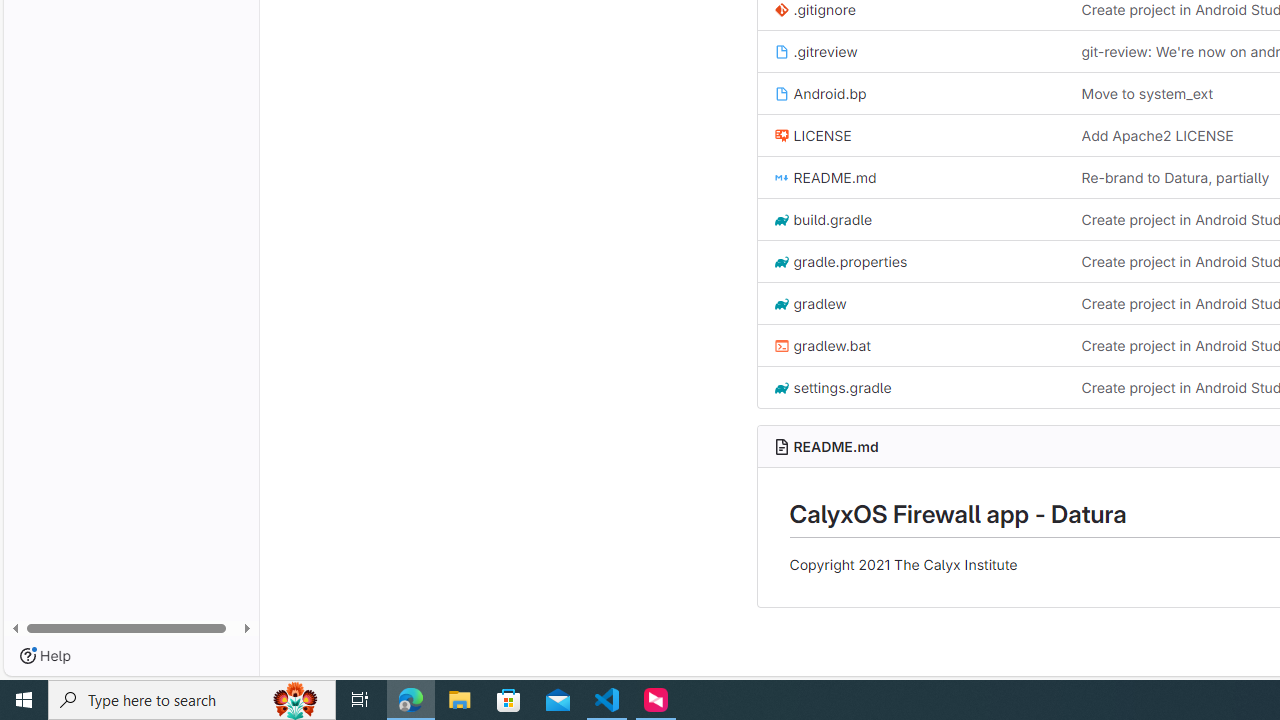 The height and width of the screenshot is (720, 1280). What do you see at coordinates (821, 344) in the screenshot?
I see `'gradlew.bat'` at bounding box center [821, 344].